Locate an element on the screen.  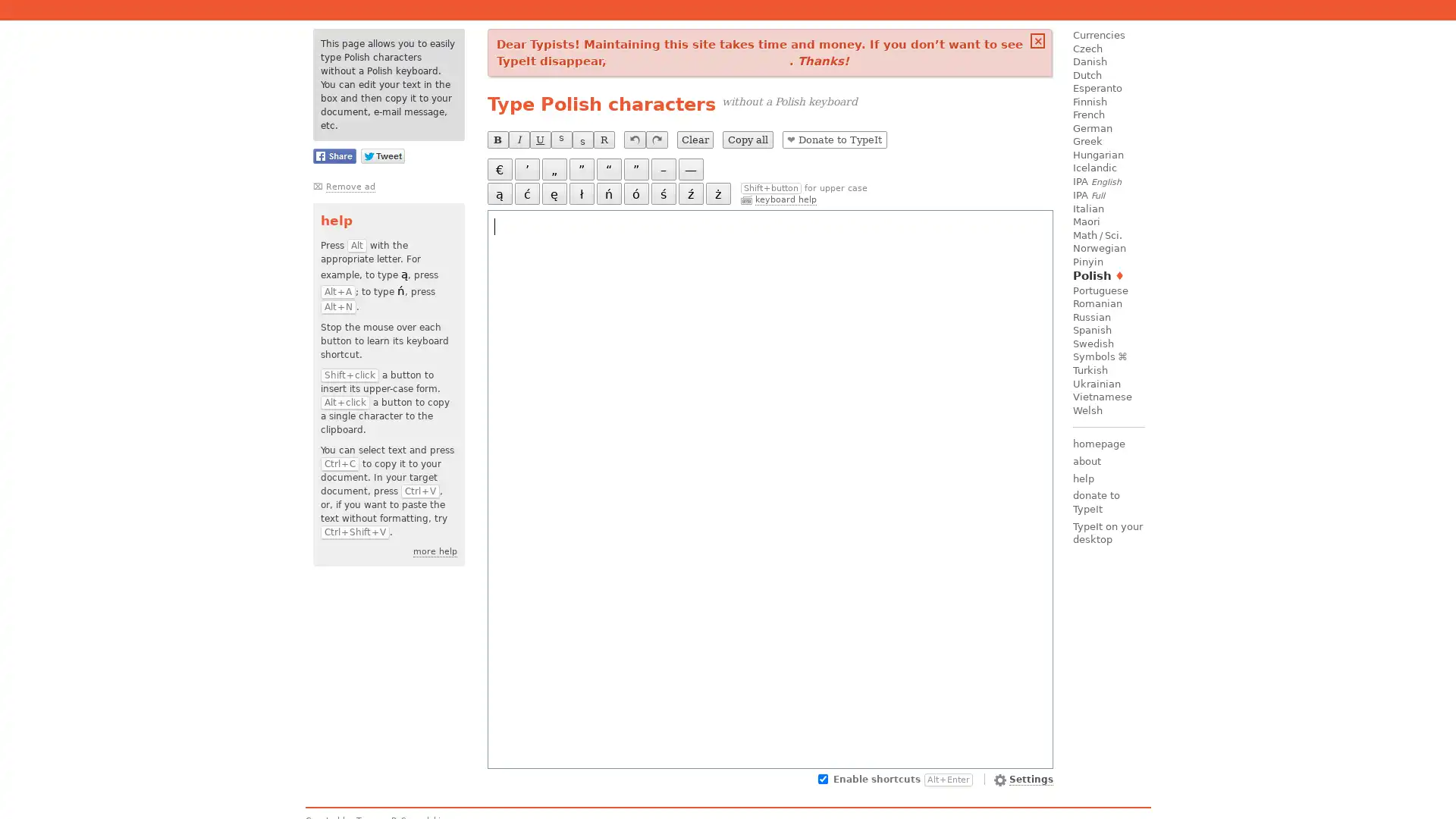
n is located at coordinates (608, 193).